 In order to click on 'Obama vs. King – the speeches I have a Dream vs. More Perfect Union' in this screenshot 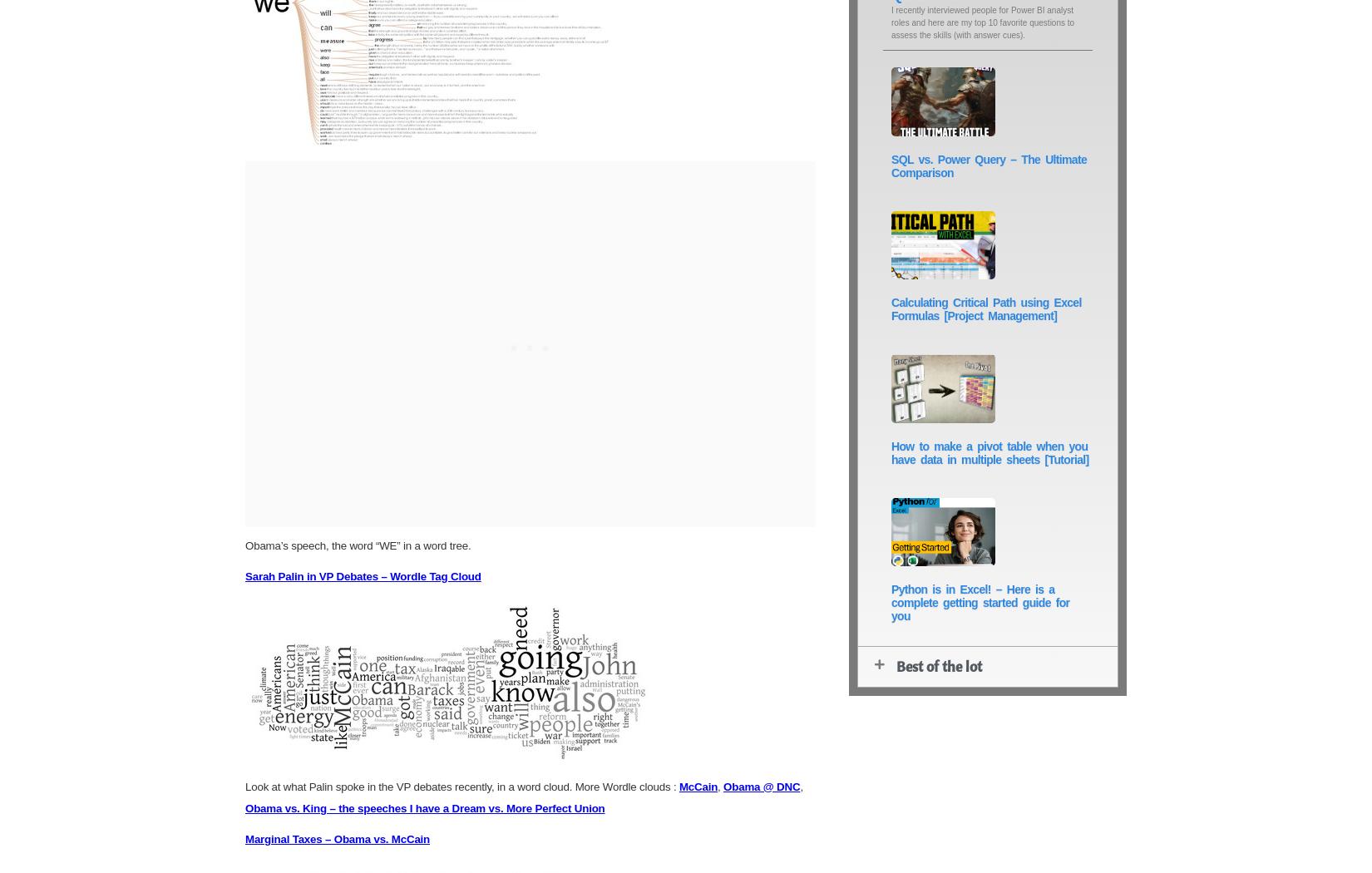, I will do `click(424, 807)`.